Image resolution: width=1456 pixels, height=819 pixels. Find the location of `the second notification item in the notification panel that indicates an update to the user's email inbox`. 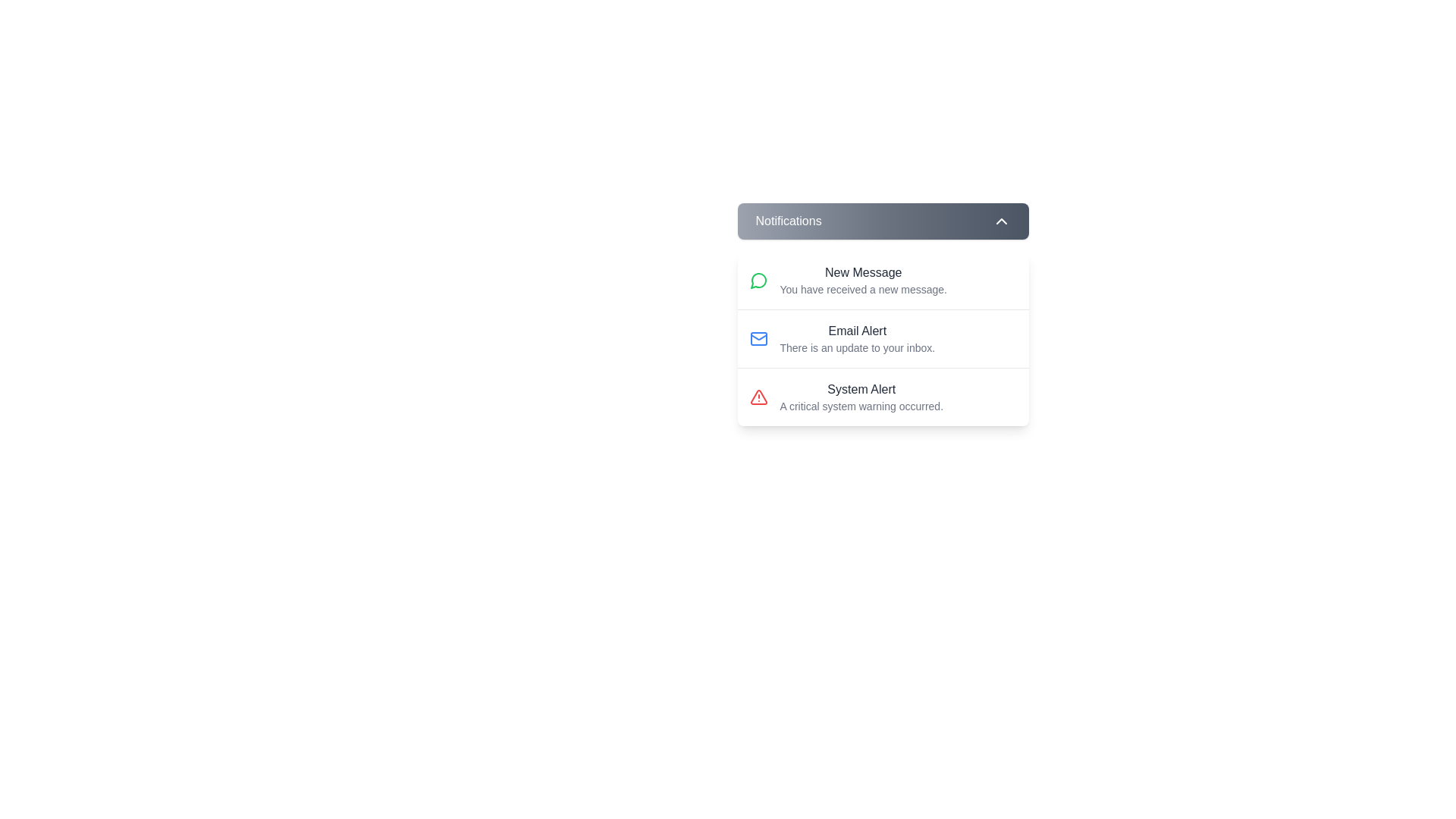

the second notification item in the notification panel that indicates an update to the user's email inbox is located at coordinates (857, 338).